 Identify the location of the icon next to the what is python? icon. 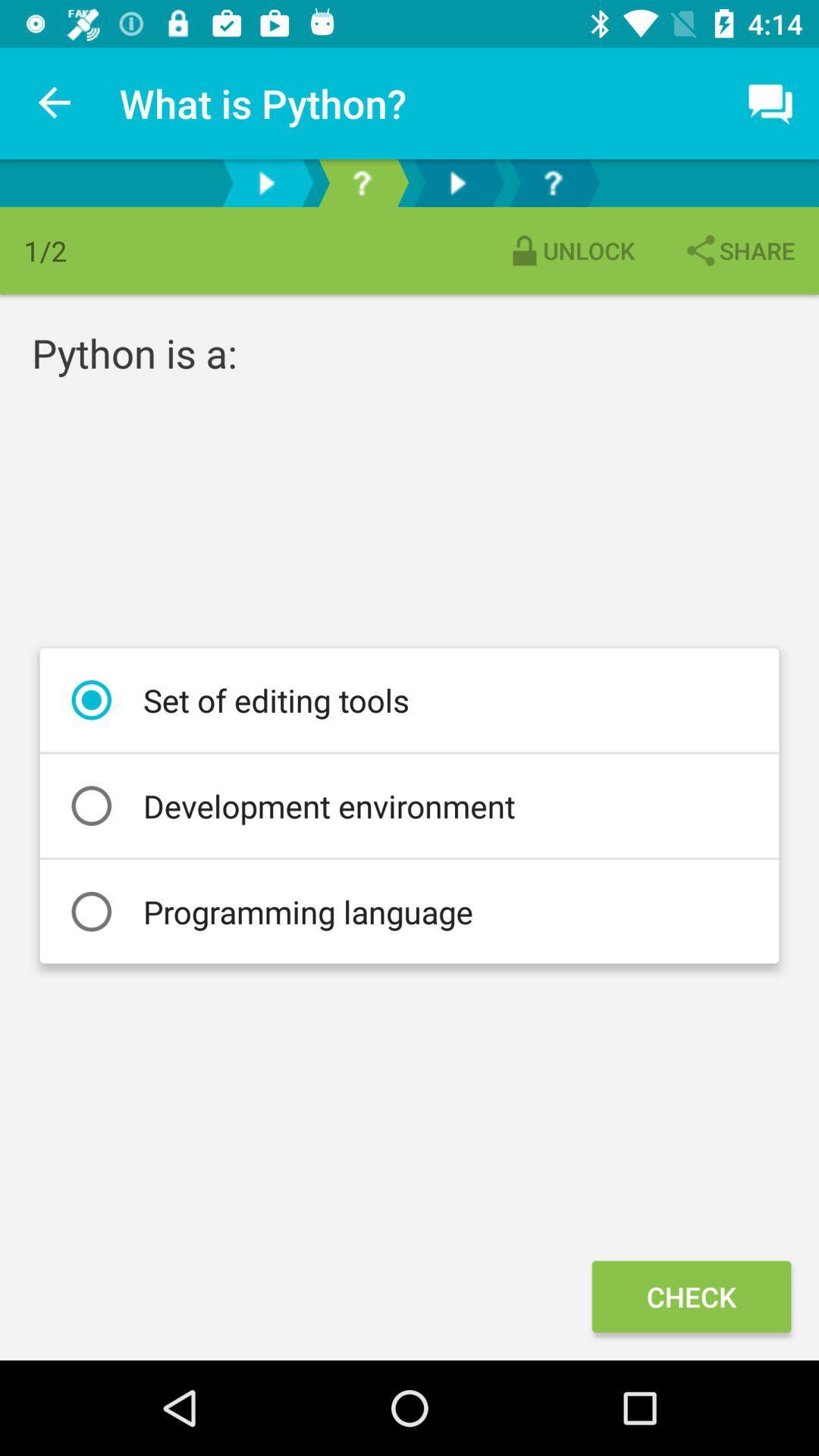
(55, 102).